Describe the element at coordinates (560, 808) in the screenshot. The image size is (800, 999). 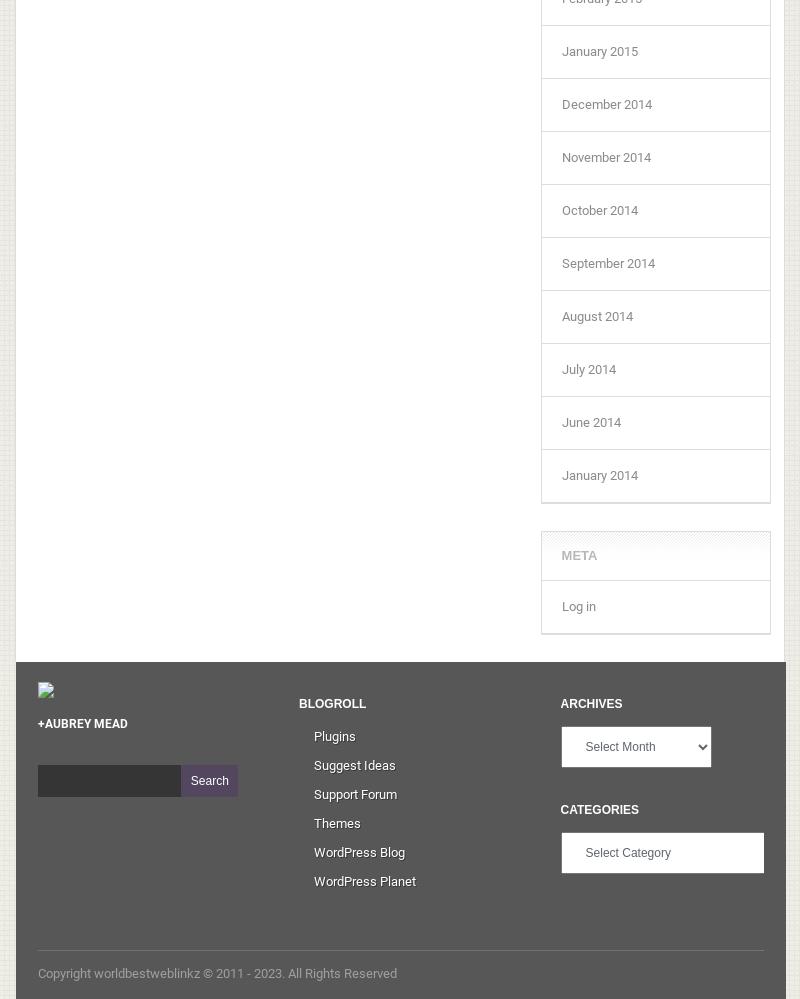
I see `'Categories'` at that location.